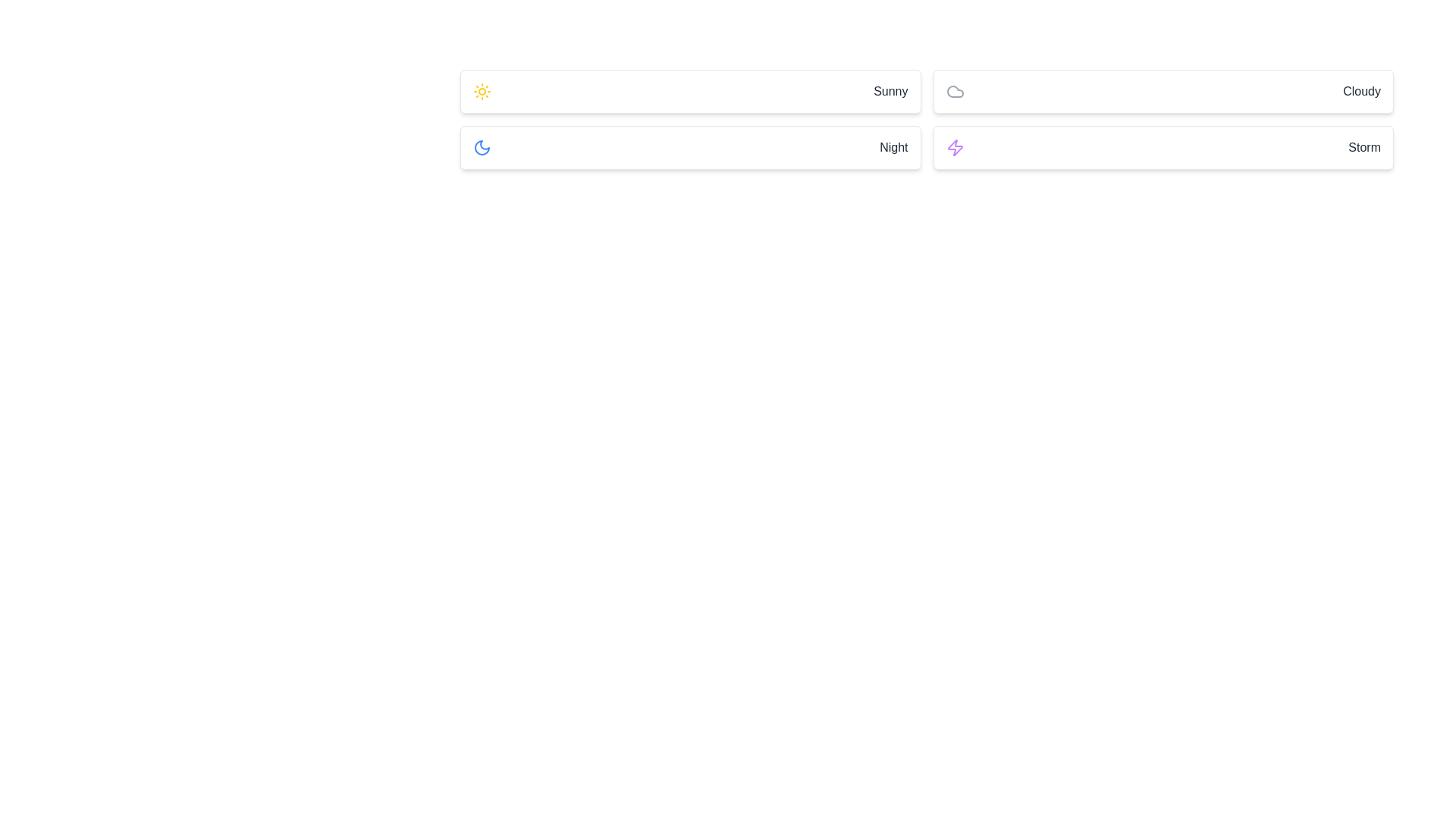 The width and height of the screenshot is (1456, 819). Describe the element at coordinates (954, 148) in the screenshot. I see `the purple lightning bolt icon located in the top-right card of the weather conditions grid, specifically on the left side of the card labeled 'Storm'` at that location.